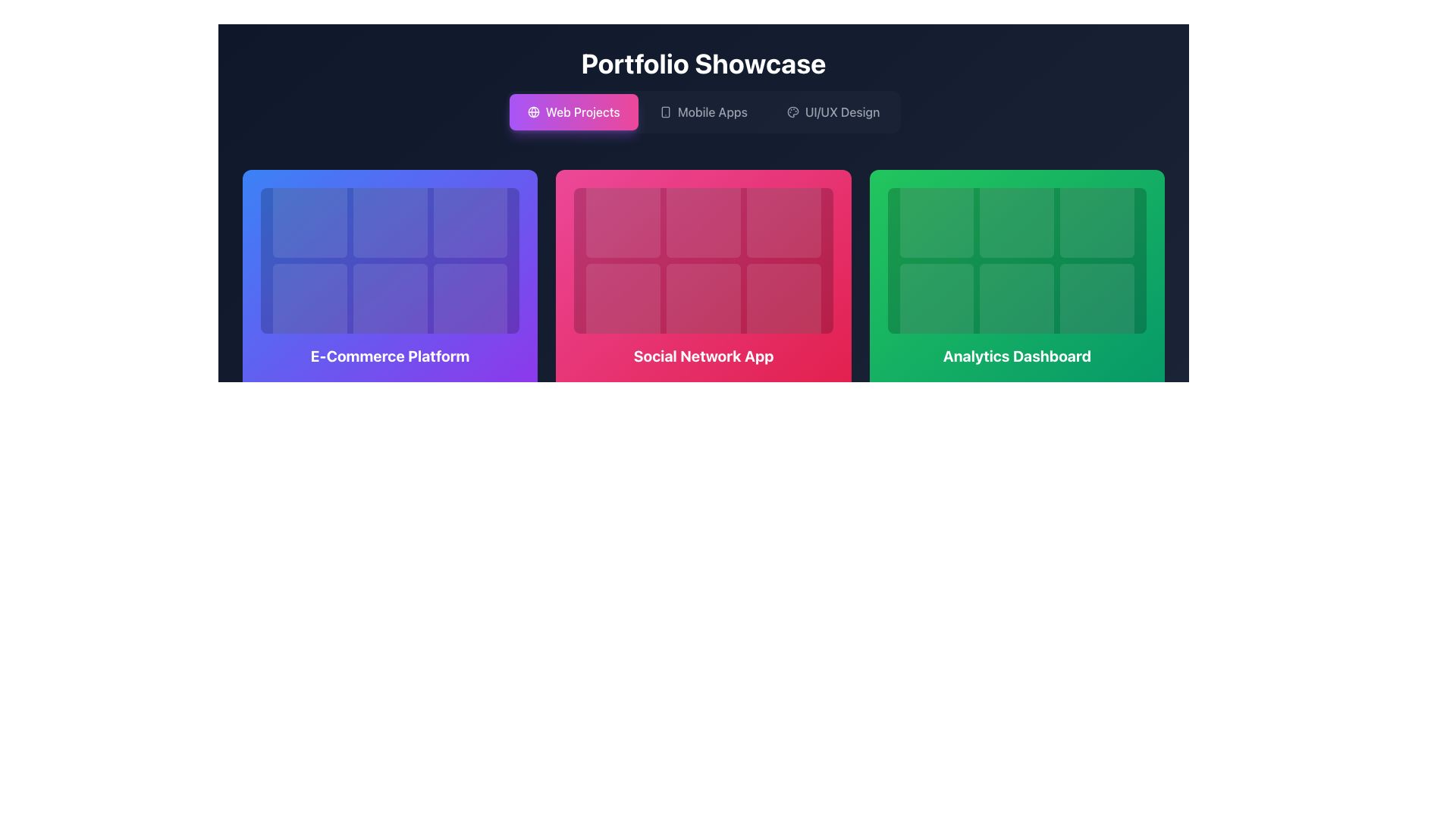  Describe the element at coordinates (1017, 294) in the screenshot. I see `the clickable card for navigation that directs to the Analytics Dashboard, located at the rightmost side of the row of three cards` at that location.